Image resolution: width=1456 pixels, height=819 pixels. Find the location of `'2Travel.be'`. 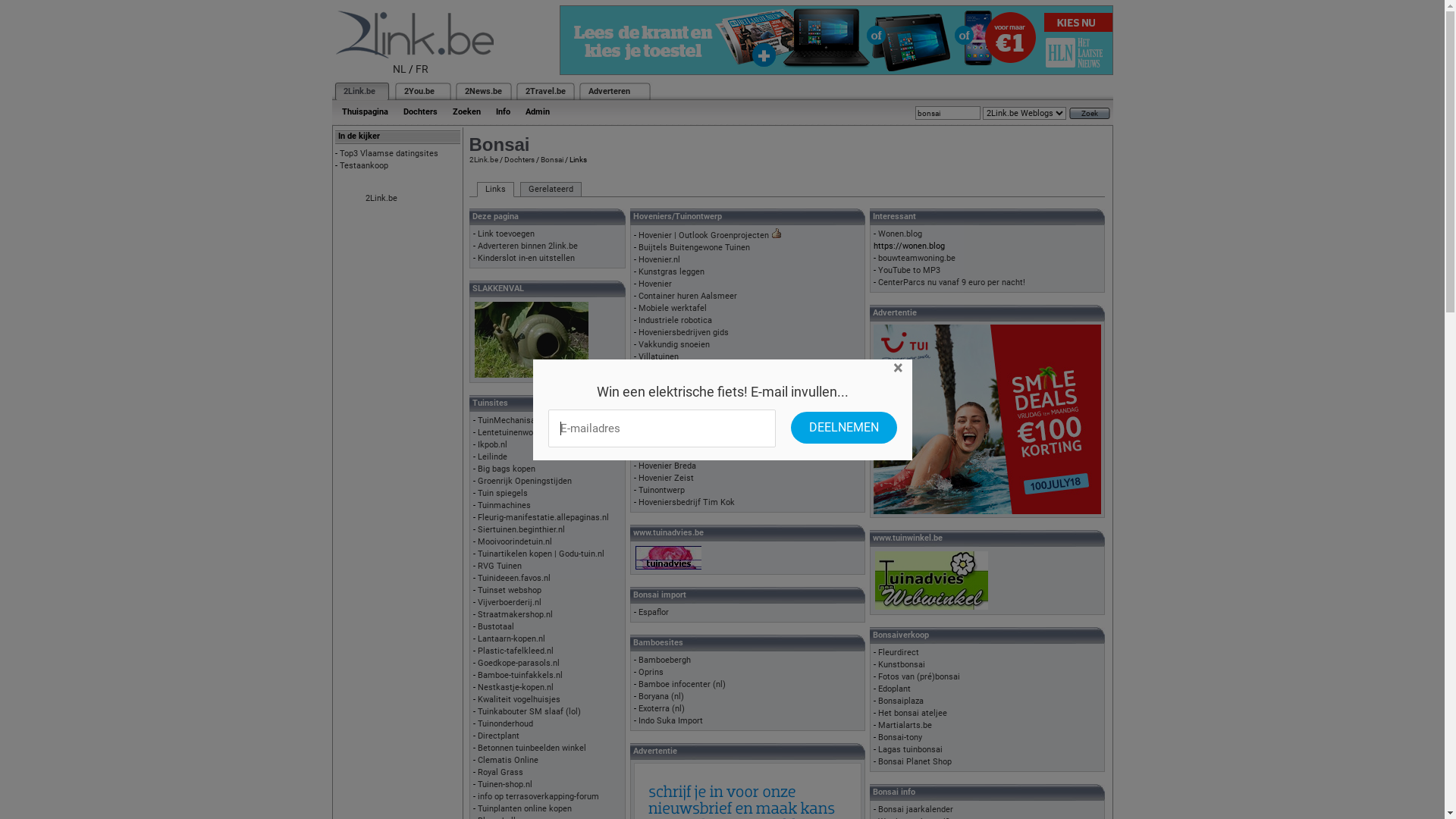

'2Travel.be' is located at coordinates (544, 91).